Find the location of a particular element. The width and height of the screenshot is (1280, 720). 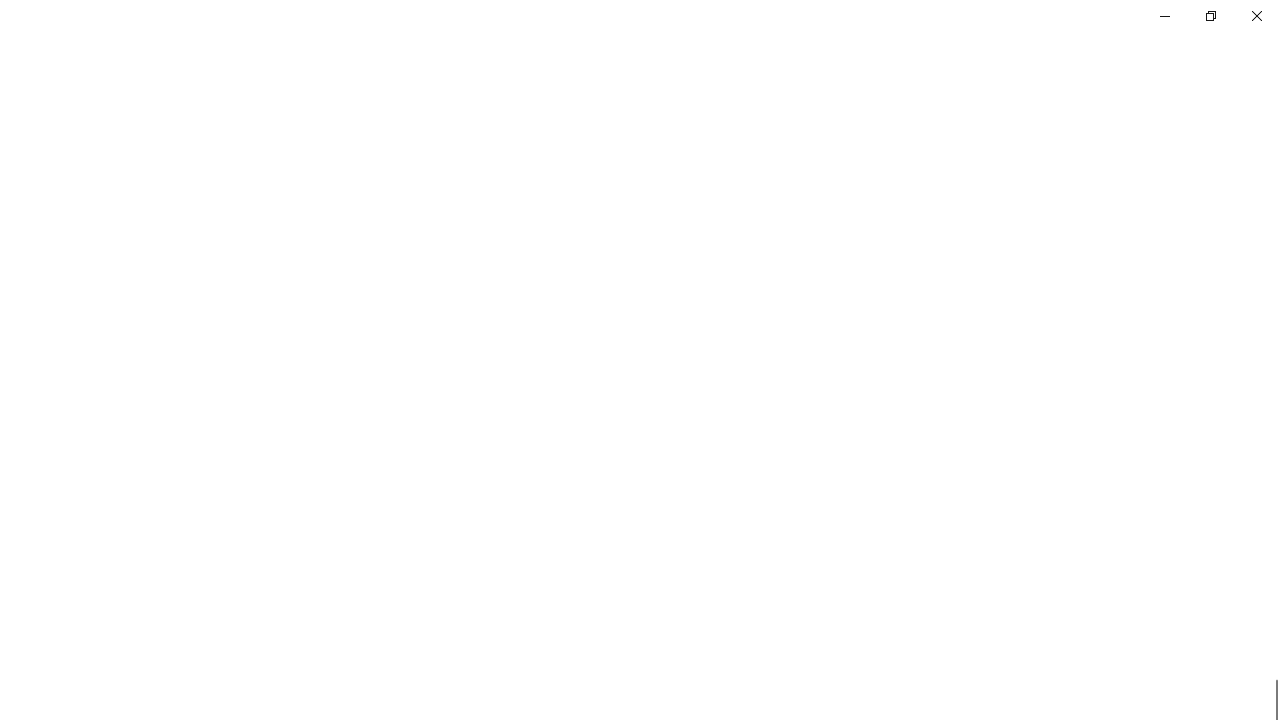

'Close Settings' is located at coordinates (1255, 15).